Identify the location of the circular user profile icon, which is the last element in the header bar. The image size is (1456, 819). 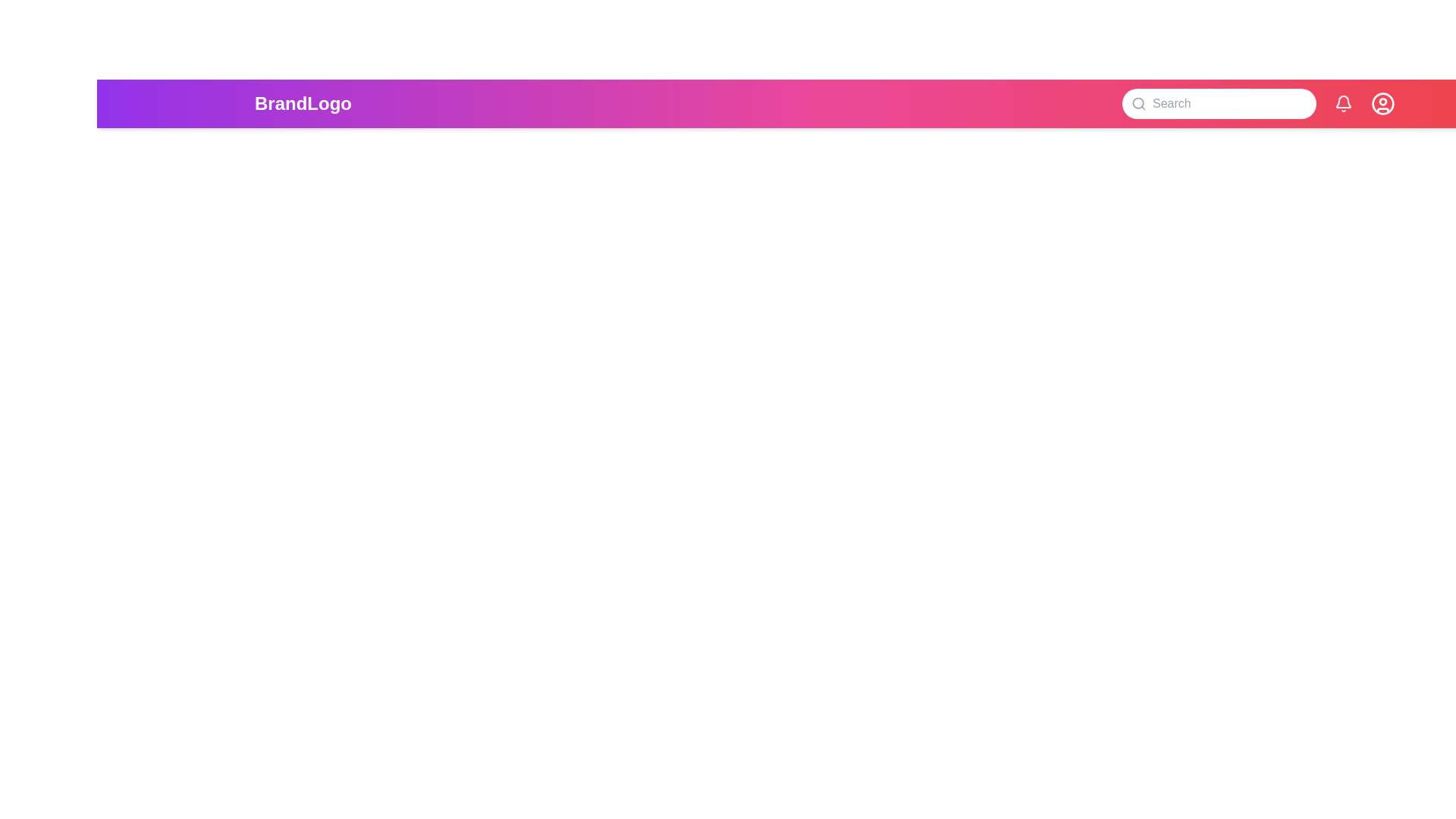
(1383, 103).